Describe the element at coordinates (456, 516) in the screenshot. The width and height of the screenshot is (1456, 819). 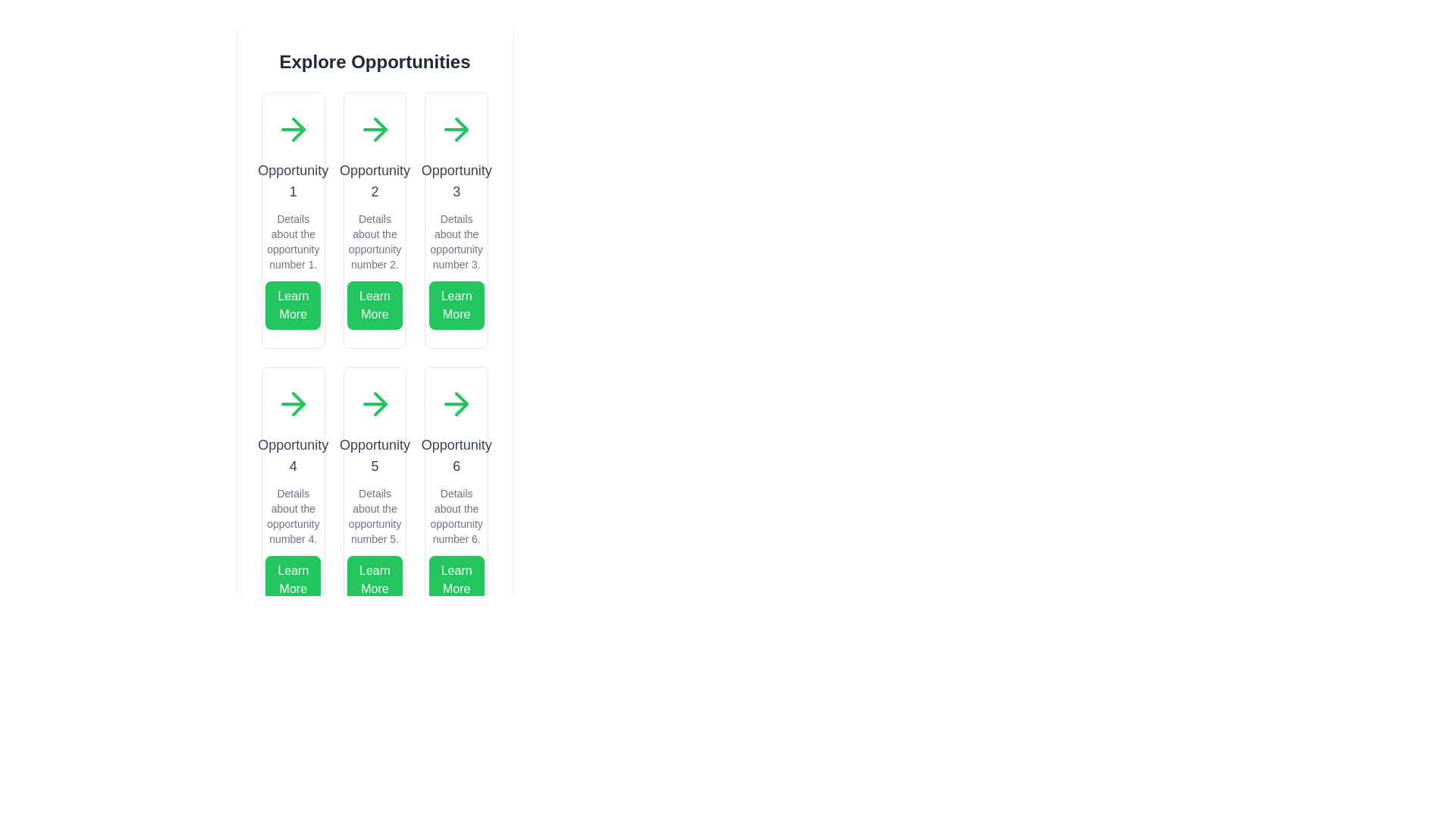
I see `text label that provides additional details for the opportunity titled 'Opportunity 6', which is positioned between the title and the 'Learn More' button in the second row, third column of the grid layout` at that location.